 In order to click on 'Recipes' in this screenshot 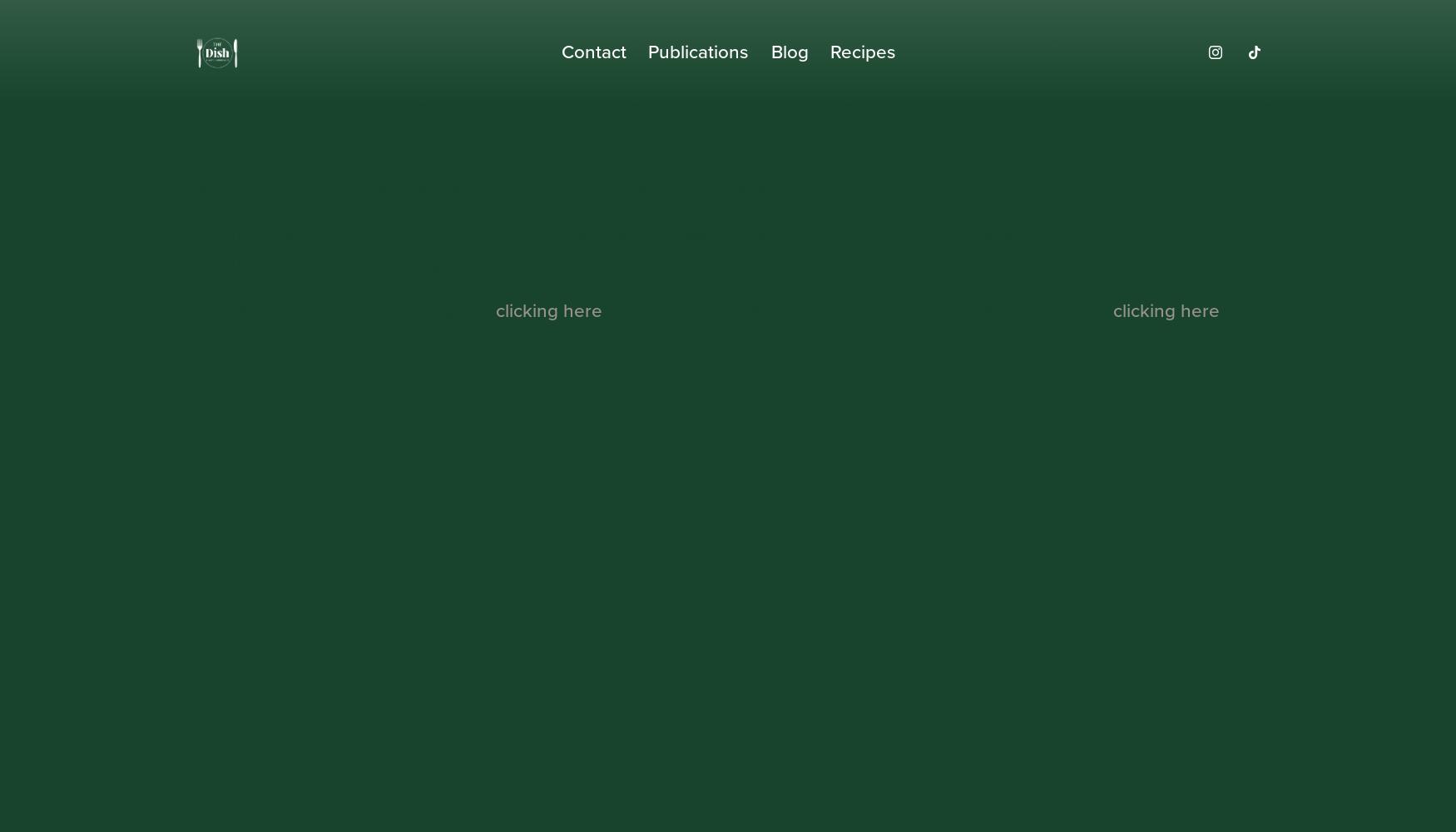, I will do `click(861, 52)`.